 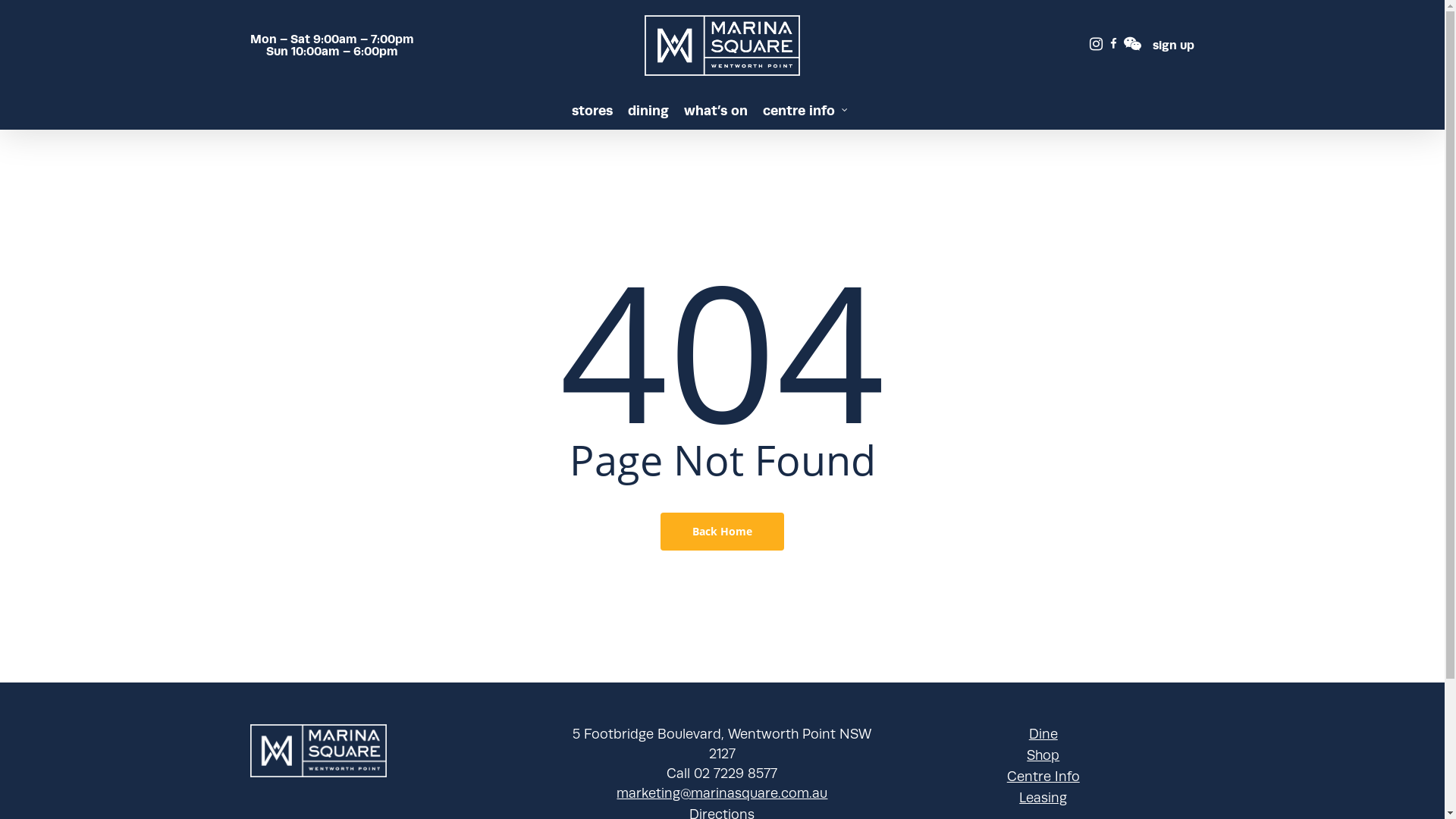 I want to click on 'Dine', so click(x=1029, y=733).